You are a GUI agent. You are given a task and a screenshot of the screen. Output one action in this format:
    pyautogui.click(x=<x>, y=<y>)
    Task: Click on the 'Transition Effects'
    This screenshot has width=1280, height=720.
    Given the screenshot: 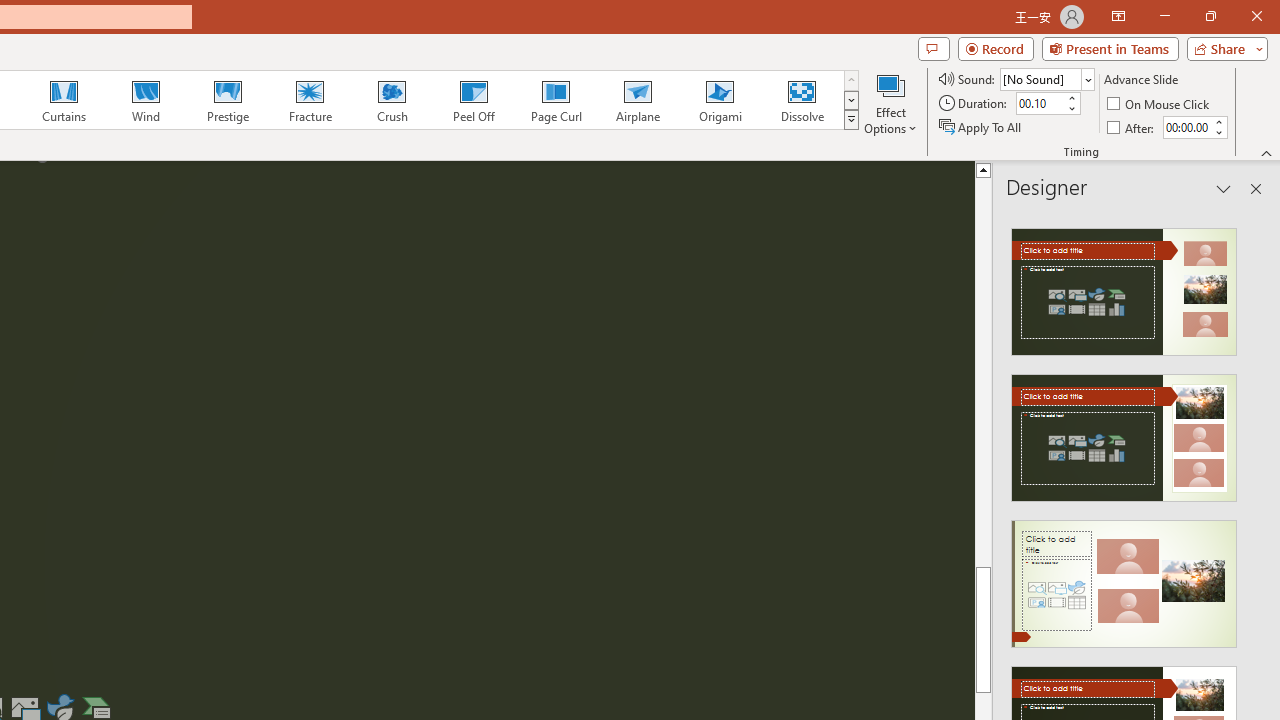 What is the action you would take?
    pyautogui.click(x=851, y=120)
    